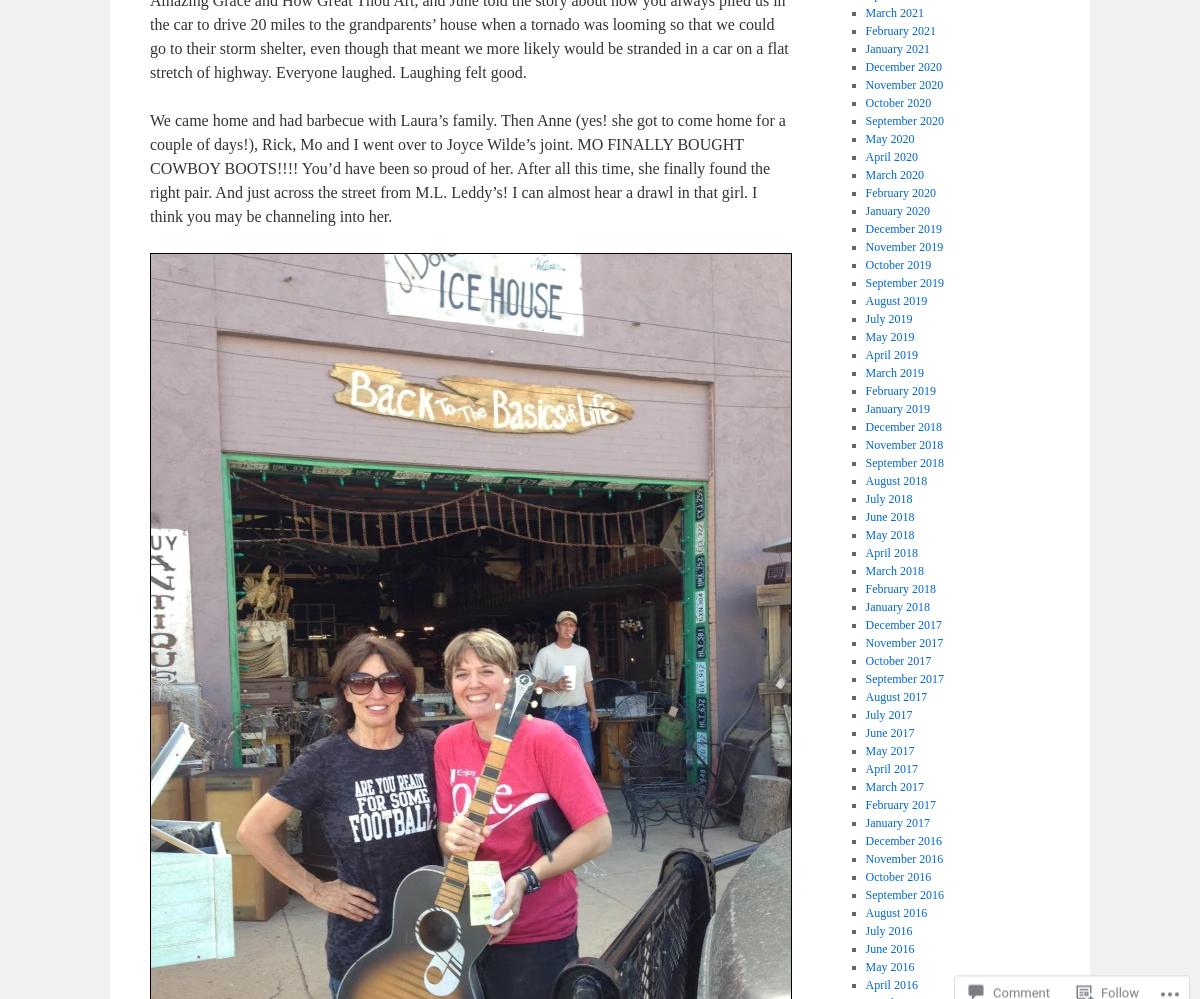 The height and width of the screenshot is (999, 1200). What do you see at coordinates (863, 481) in the screenshot?
I see `'August 2018'` at bounding box center [863, 481].